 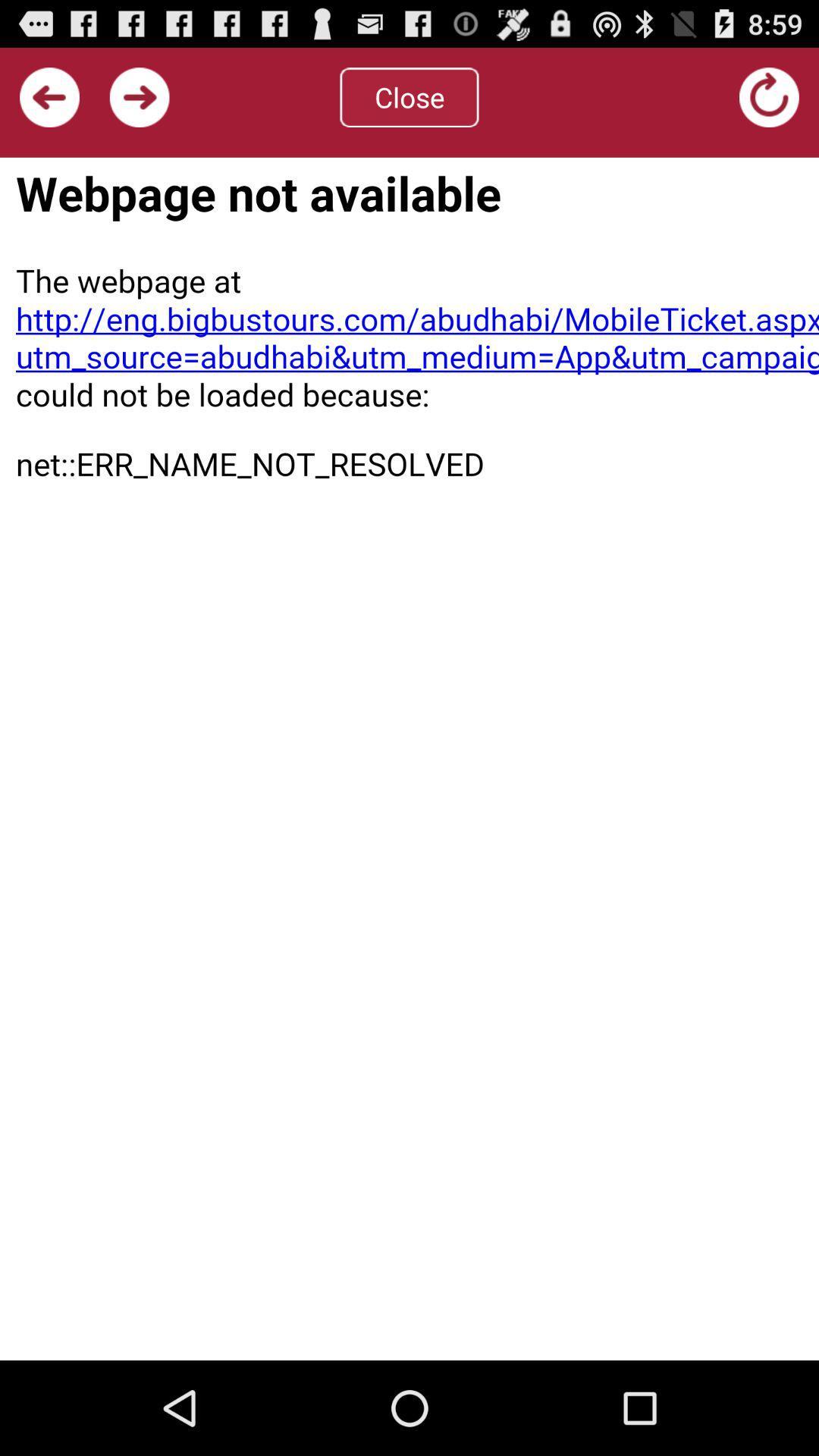 What do you see at coordinates (409, 758) in the screenshot?
I see `web page visible` at bounding box center [409, 758].